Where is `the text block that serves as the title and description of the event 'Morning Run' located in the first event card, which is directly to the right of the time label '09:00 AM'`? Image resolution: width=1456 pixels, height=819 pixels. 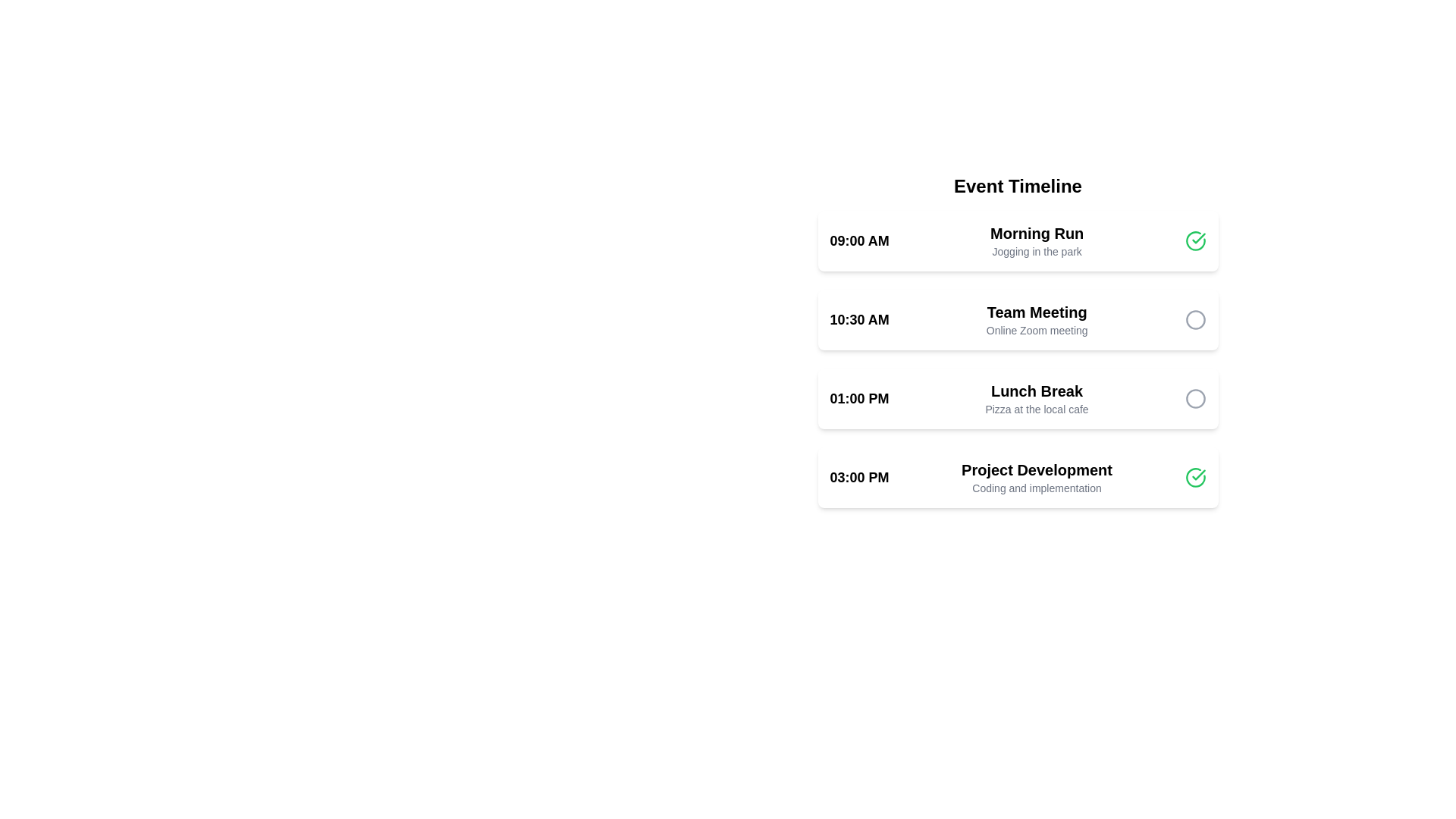 the text block that serves as the title and description of the event 'Morning Run' located in the first event card, which is directly to the right of the time label '09:00 AM' is located at coordinates (1036, 240).